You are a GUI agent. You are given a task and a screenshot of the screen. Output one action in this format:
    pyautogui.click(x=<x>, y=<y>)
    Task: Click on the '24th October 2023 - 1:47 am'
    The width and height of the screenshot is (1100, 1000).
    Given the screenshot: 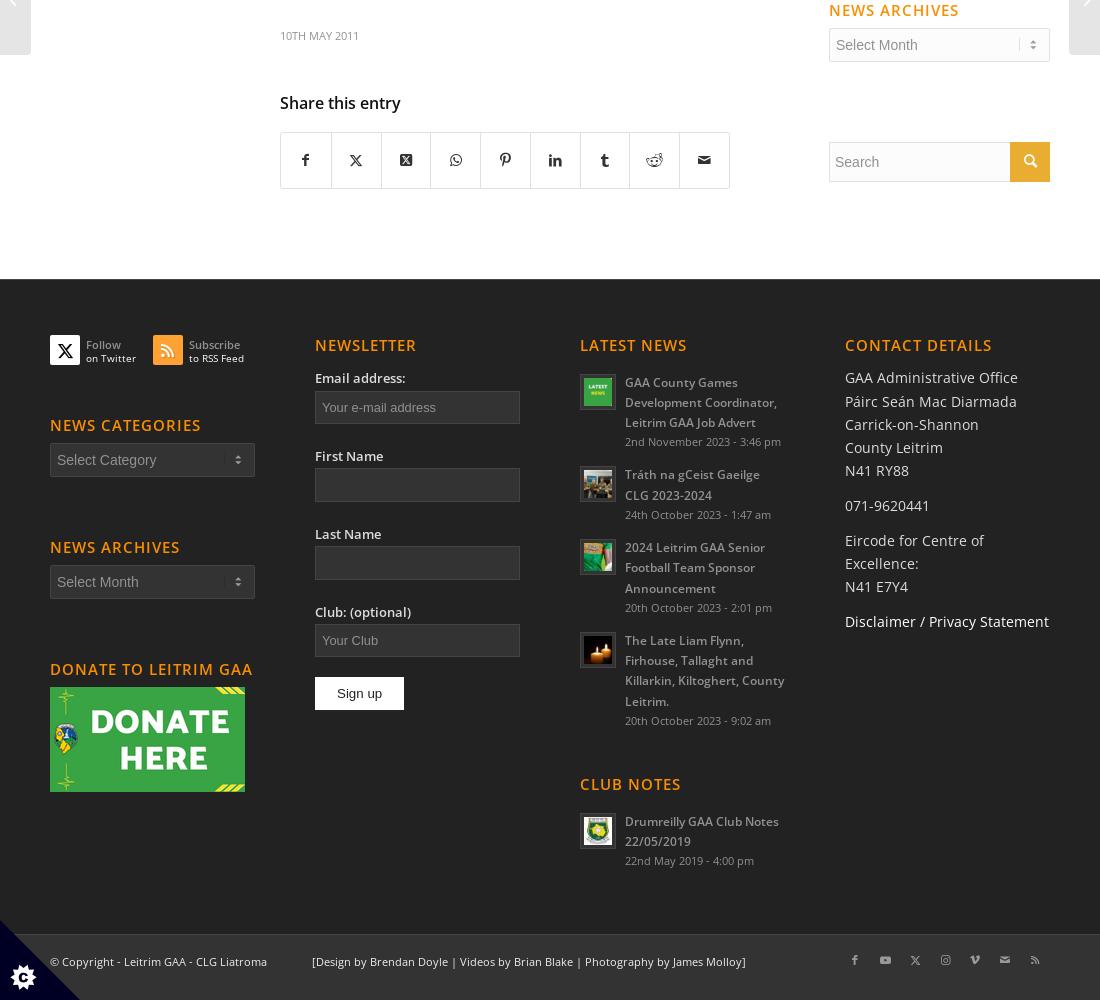 What is the action you would take?
    pyautogui.click(x=696, y=513)
    